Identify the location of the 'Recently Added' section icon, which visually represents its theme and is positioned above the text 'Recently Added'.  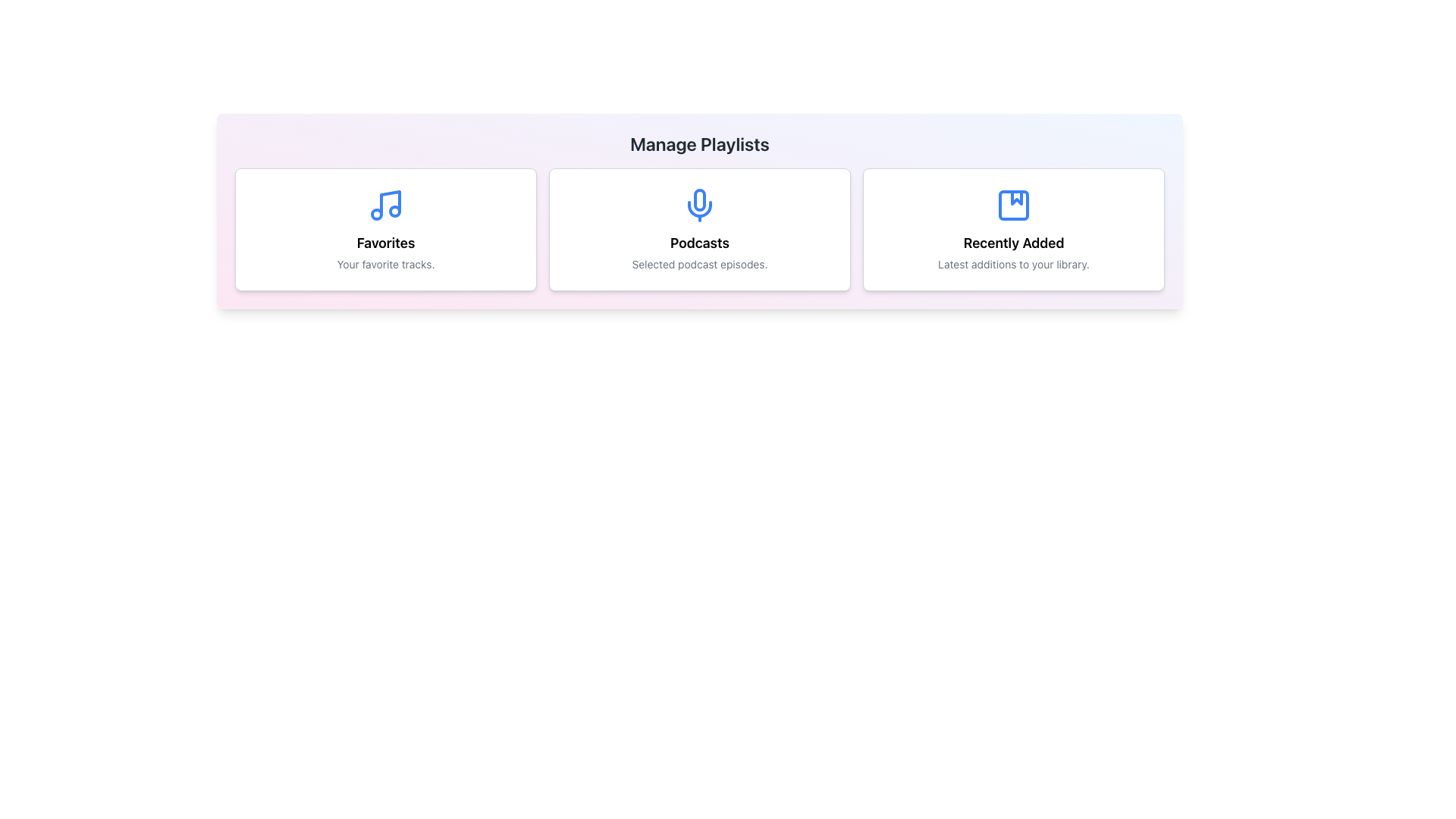
(1014, 205).